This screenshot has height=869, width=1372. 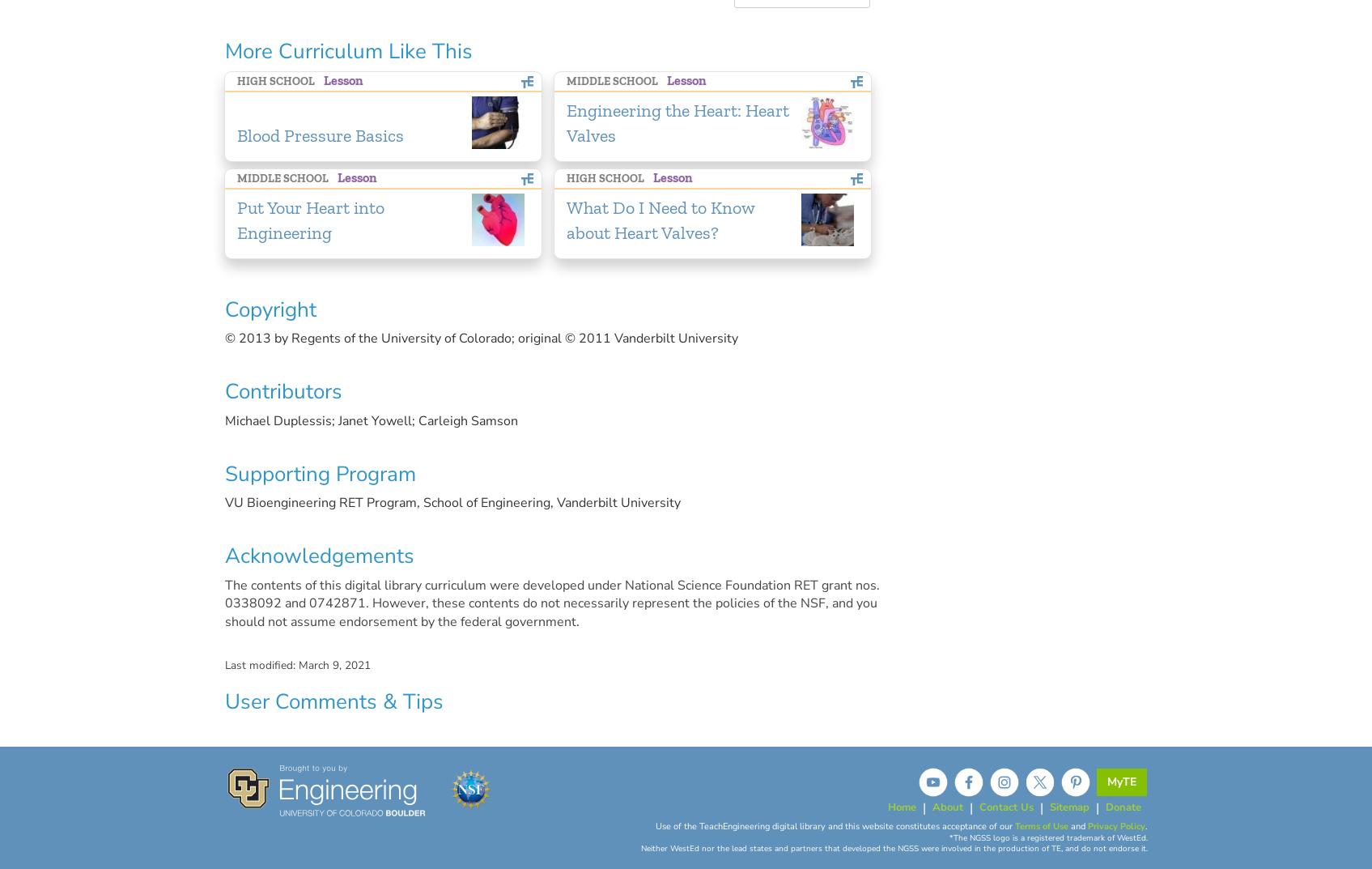 What do you see at coordinates (1115, 826) in the screenshot?
I see `'Privacy Policy'` at bounding box center [1115, 826].